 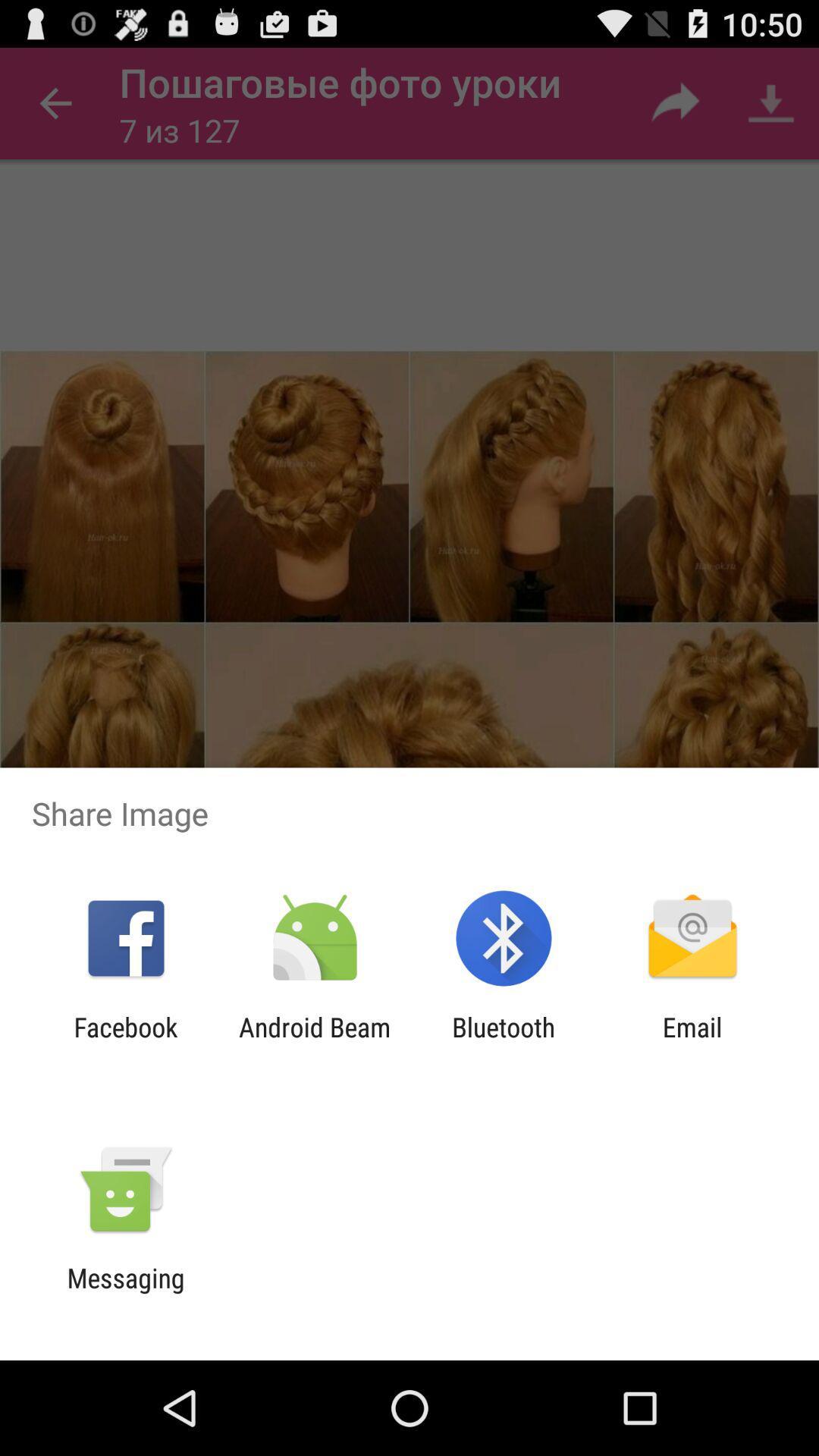 What do you see at coordinates (504, 1042) in the screenshot?
I see `item to the left of the email app` at bounding box center [504, 1042].